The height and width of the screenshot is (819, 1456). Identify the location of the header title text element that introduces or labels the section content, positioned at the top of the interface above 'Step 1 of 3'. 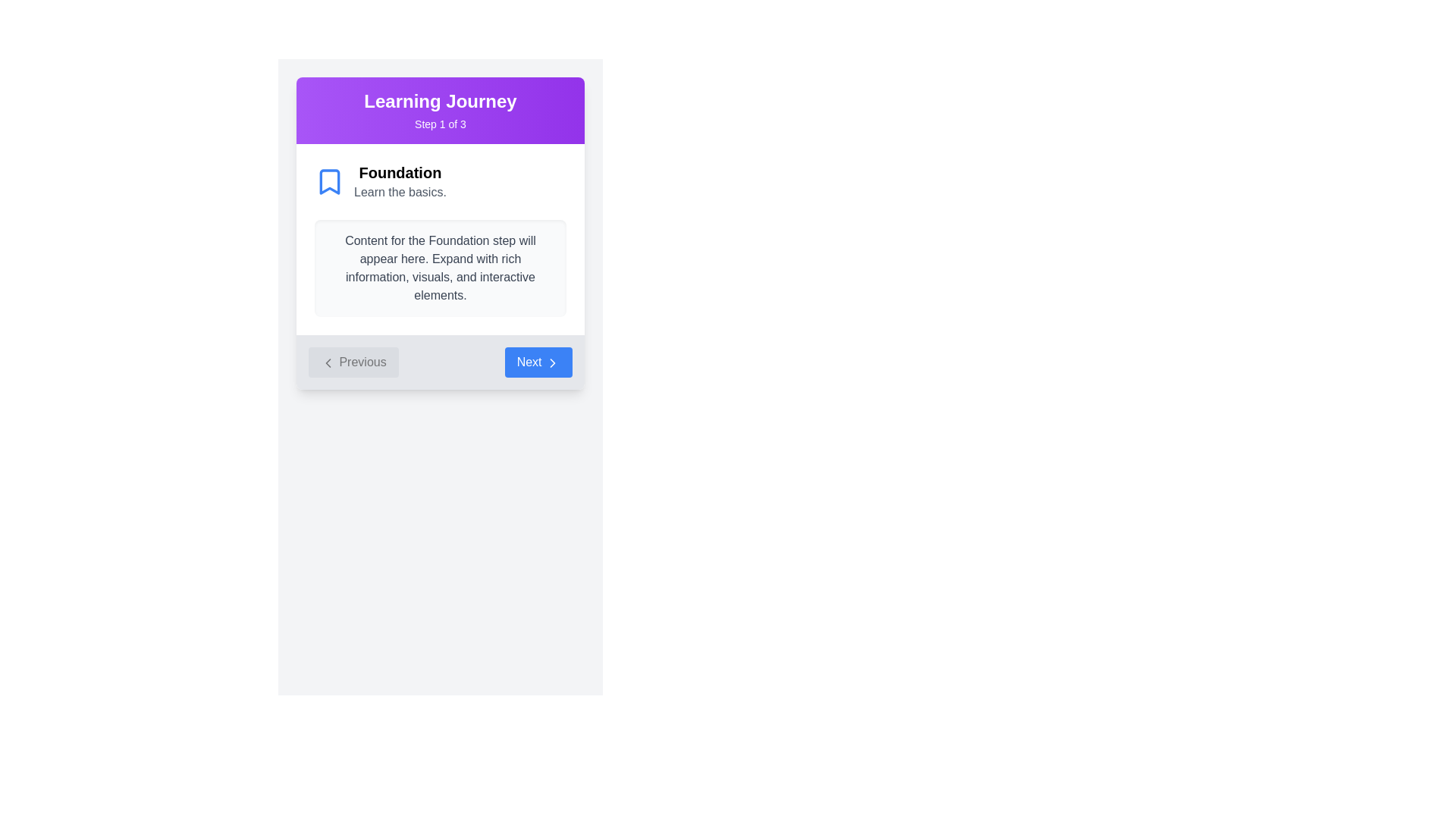
(439, 102).